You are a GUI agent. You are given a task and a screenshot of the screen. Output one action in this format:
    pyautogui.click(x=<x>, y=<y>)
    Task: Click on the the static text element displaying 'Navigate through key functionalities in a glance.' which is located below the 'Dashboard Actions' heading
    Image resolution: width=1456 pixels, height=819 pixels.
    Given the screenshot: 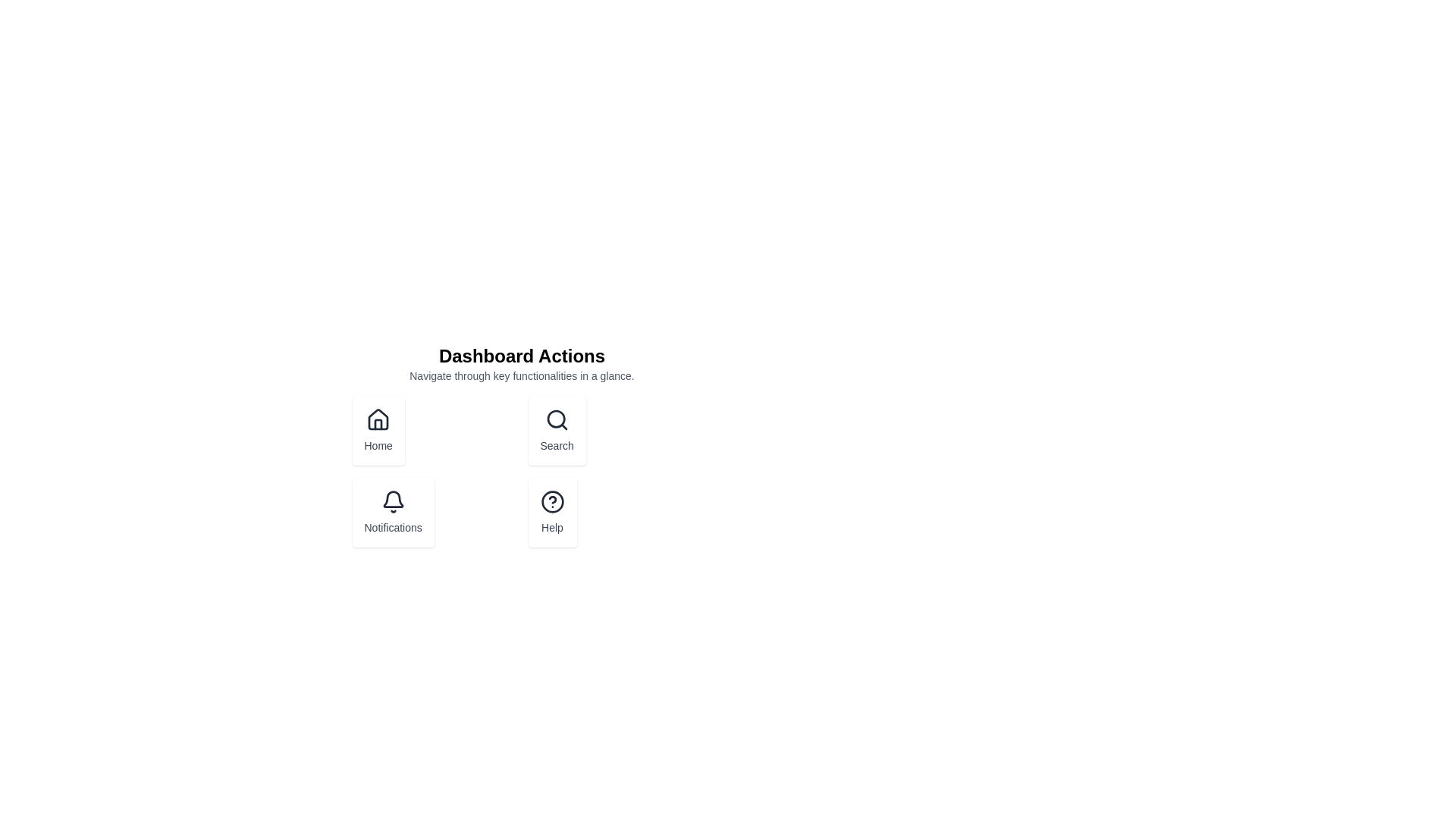 What is the action you would take?
    pyautogui.click(x=522, y=375)
    